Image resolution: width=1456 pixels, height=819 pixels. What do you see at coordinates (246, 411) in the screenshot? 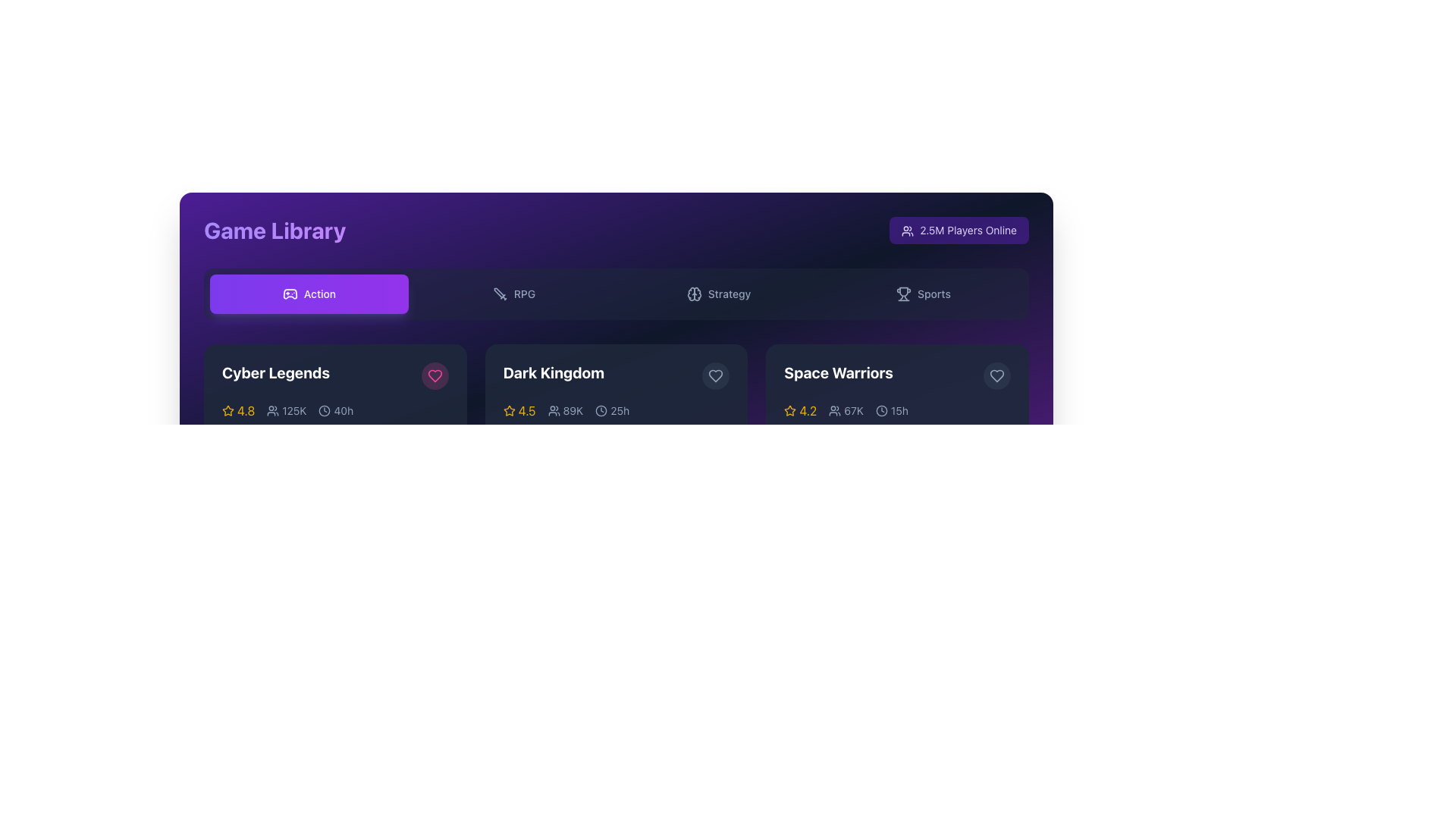
I see `the static text element displaying the numerical rating '4.8', which is styled in yellow and positioned next to a yellow star icon on the 'Cyber Legends' game card` at bounding box center [246, 411].